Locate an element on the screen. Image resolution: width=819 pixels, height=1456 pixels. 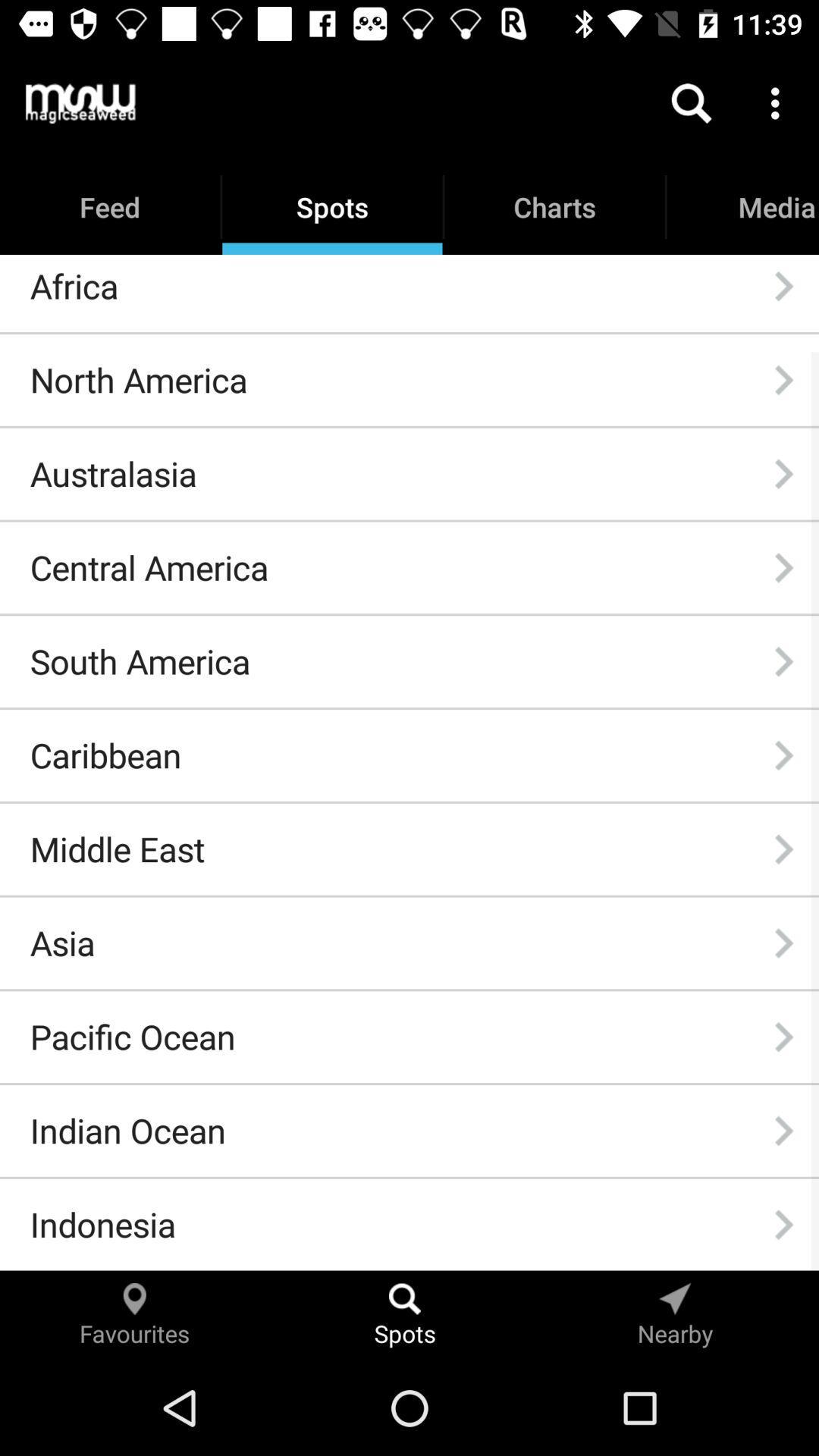
indonesia is located at coordinates (102, 1224).